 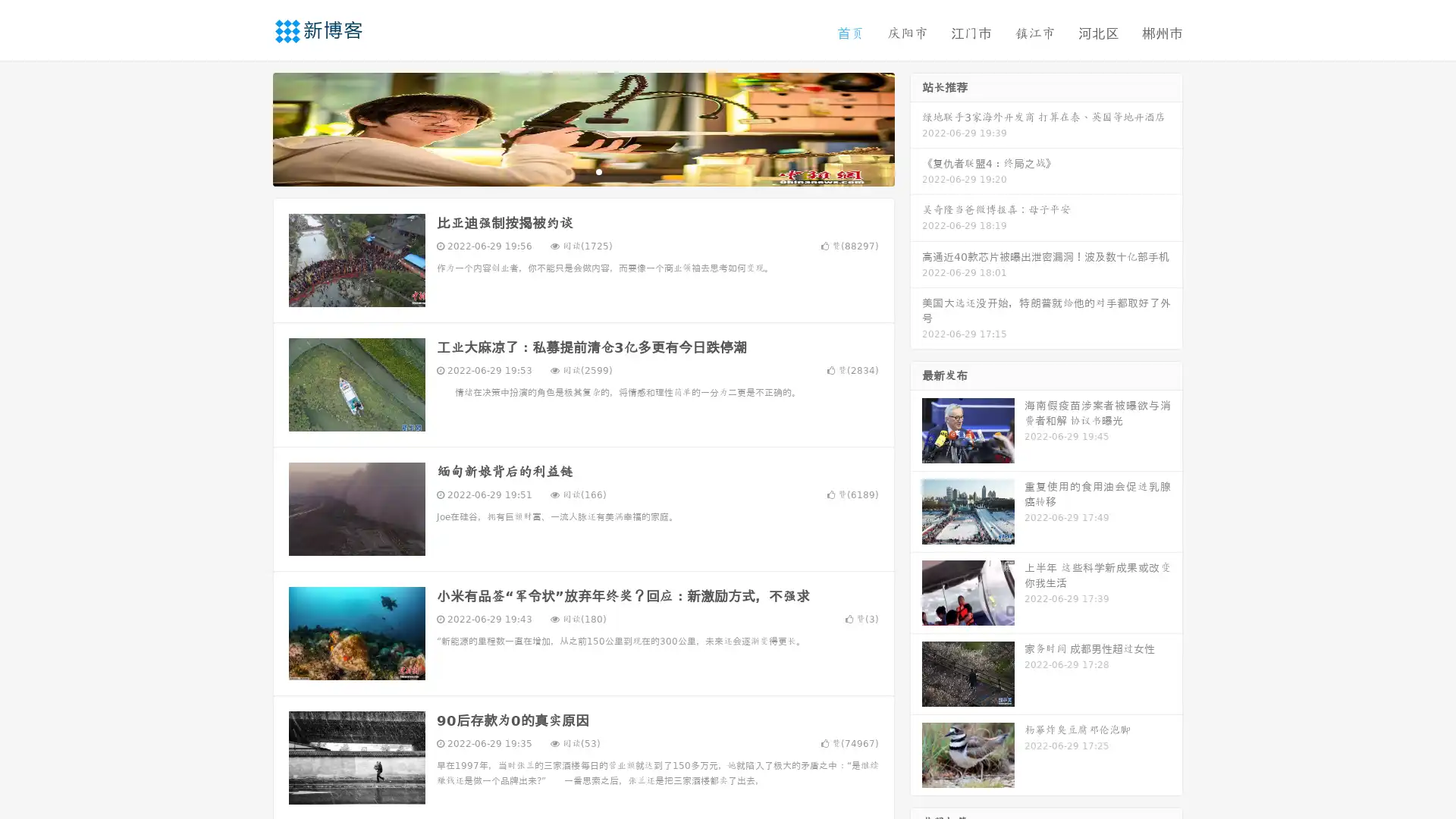 What do you see at coordinates (916, 127) in the screenshot?
I see `Next slide` at bounding box center [916, 127].